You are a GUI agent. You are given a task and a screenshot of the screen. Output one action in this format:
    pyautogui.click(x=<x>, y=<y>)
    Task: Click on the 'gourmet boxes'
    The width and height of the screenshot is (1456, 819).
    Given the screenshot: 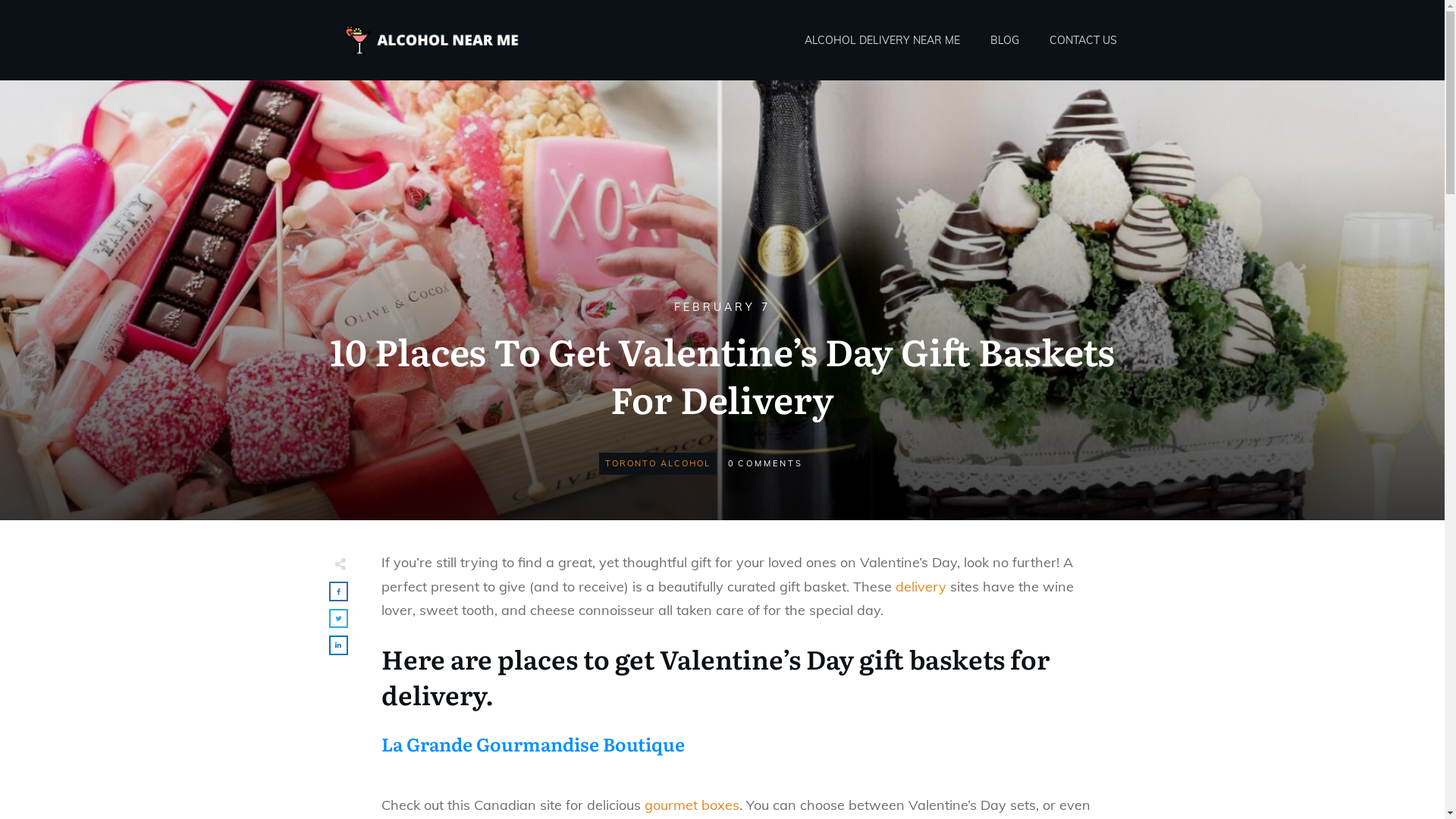 What is the action you would take?
    pyautogui.click(x=644, y=804)
    